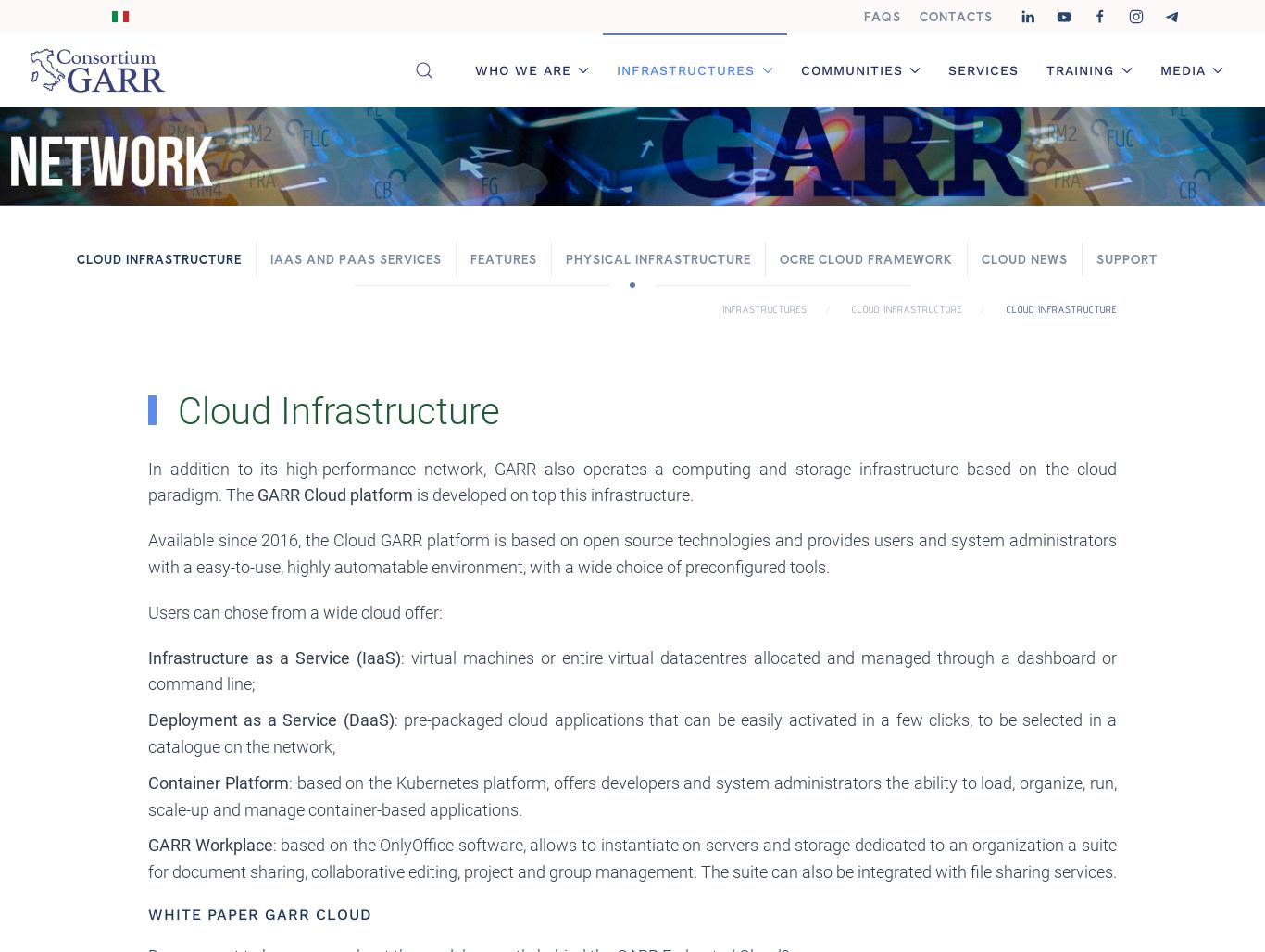  What do you see at coordinates (259, 913) in the screenshot?
I see `'White paper GARR Cloud'` at bounding box center [259, 913].